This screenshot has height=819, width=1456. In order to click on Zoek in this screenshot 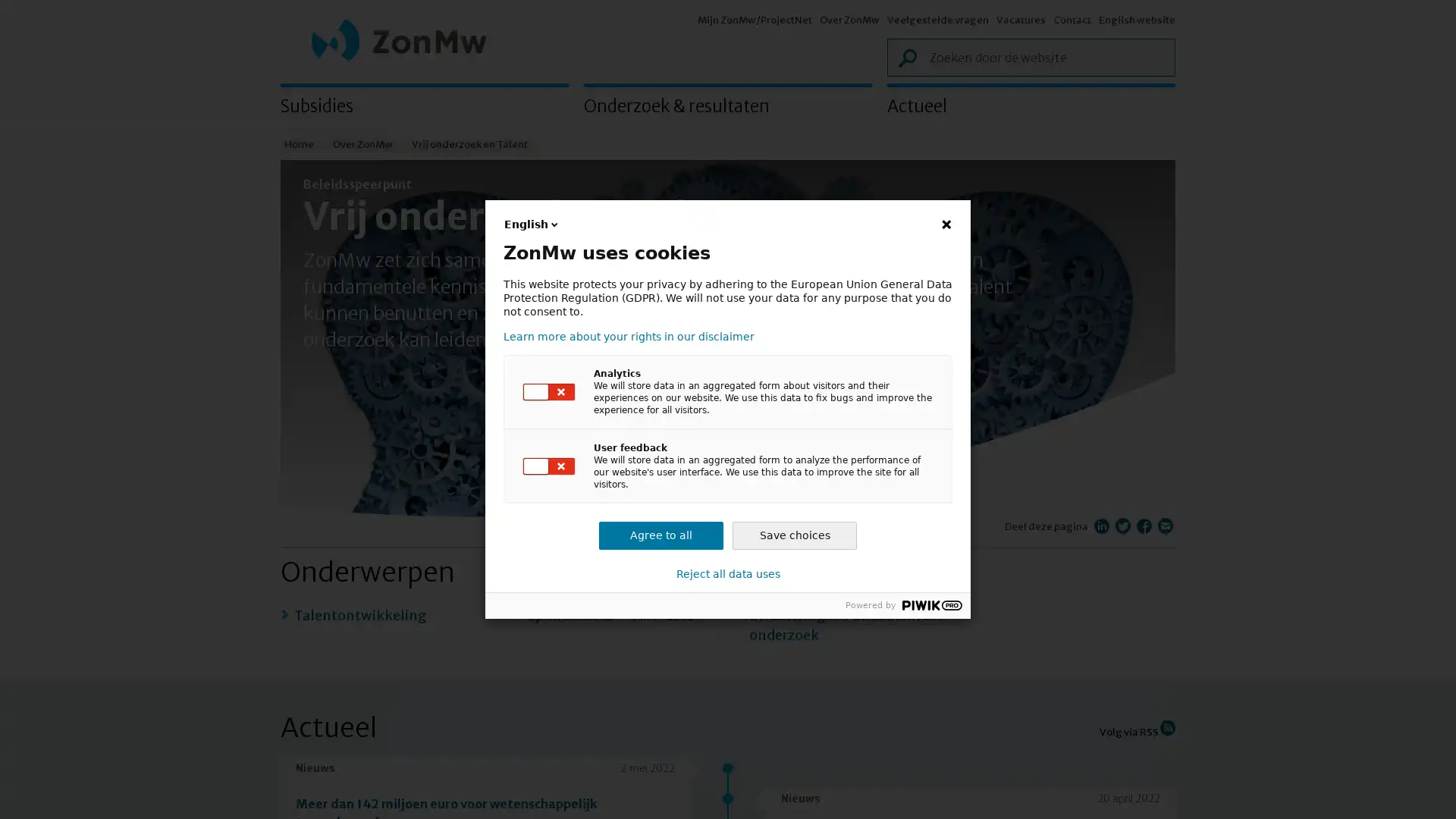, I will do `click(907, 57)`.